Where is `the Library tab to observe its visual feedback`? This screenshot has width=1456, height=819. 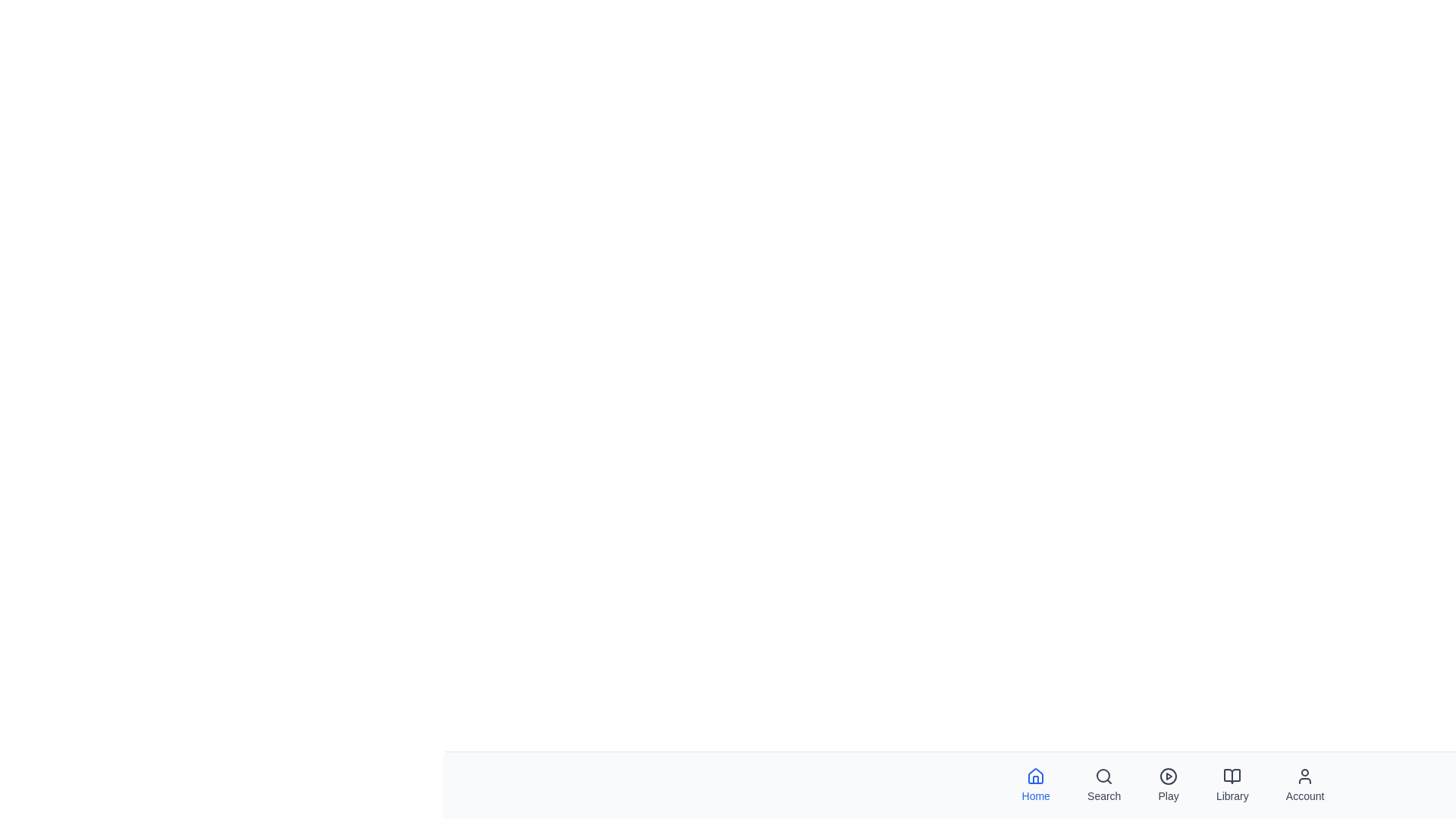 the Library tab to observe its visual feedback is located at coordinates (1232, 785).